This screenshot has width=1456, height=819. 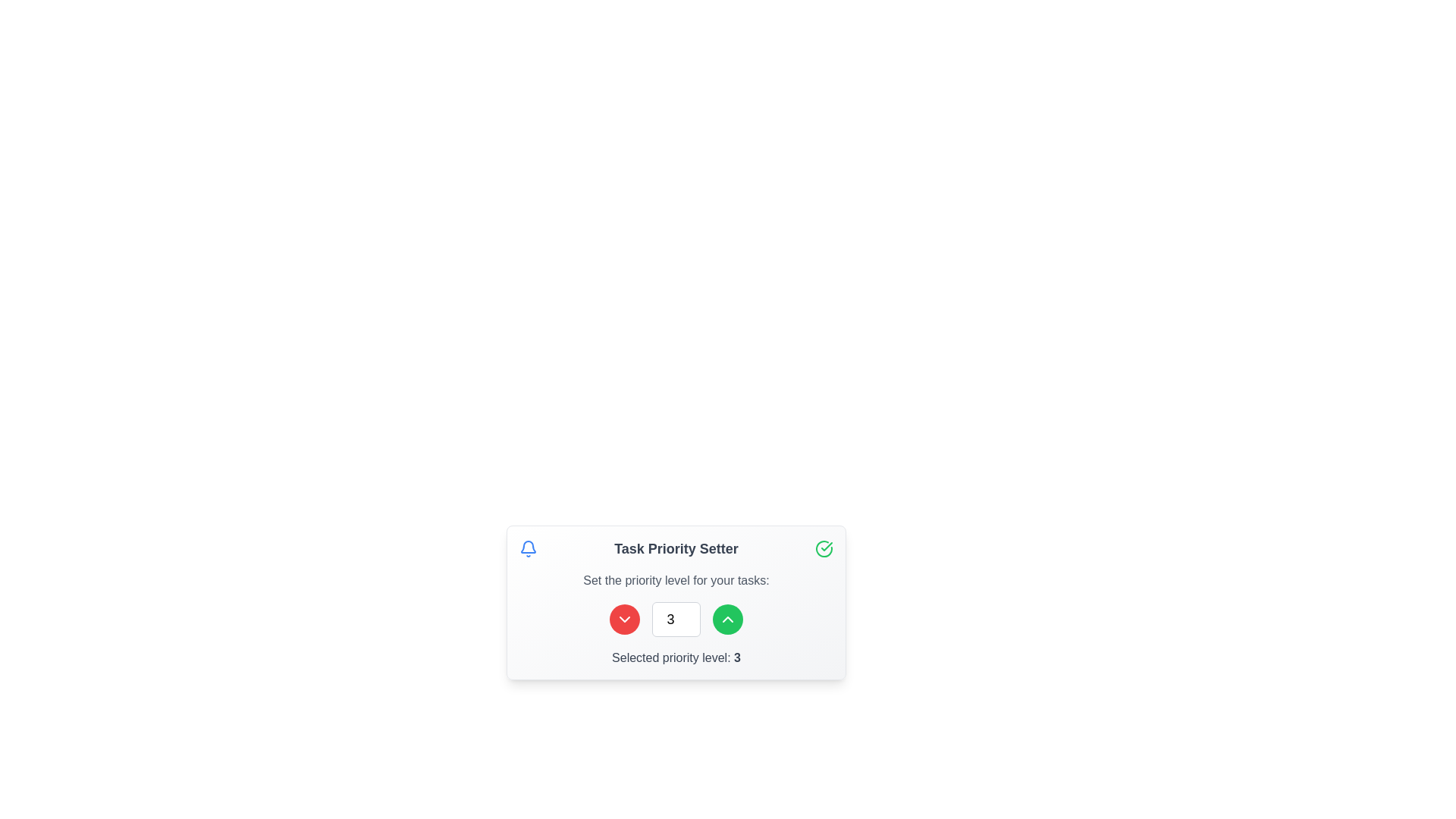 I want to click on the text label displaying 'Selected priority level: 3' which is located at the bottom of the 'Task Priority Setter' UI card, so click(x=676, y=657).